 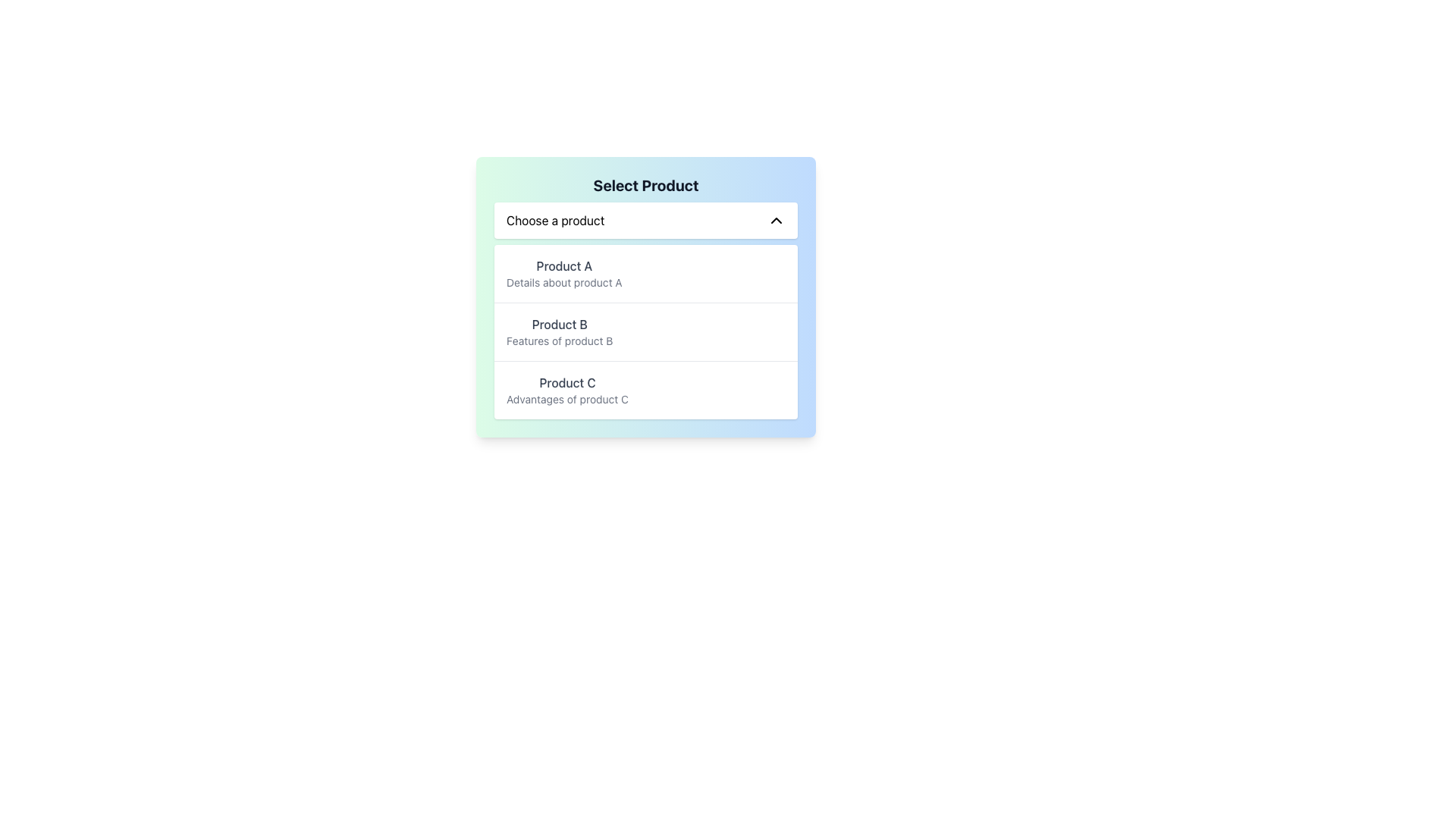 I want to click on the dropdown list option labeled 'Product C', so click(x=566, y=390).